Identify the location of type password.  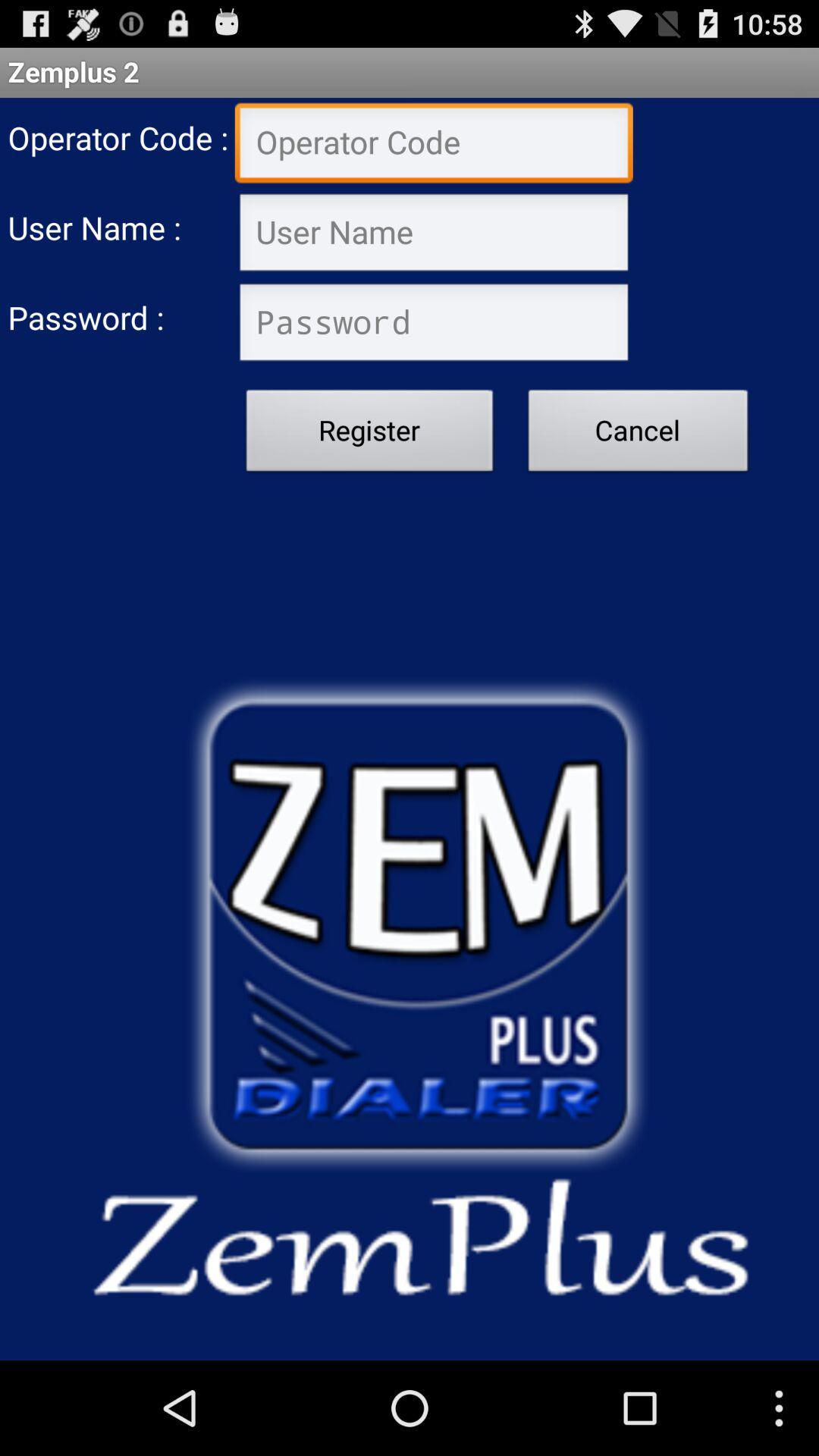
(434, 323).